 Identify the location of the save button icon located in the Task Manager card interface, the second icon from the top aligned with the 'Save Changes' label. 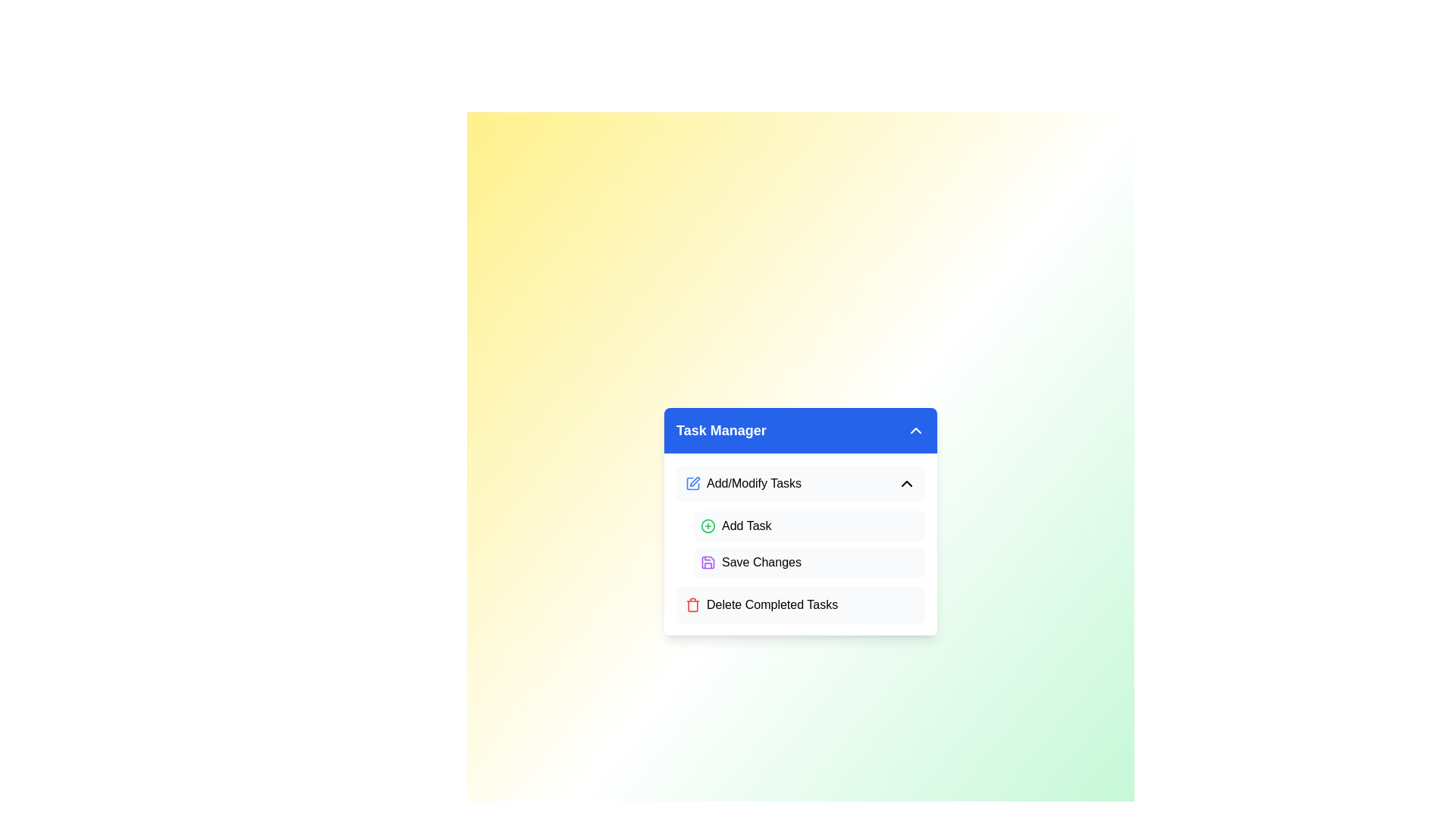
(708, 562).